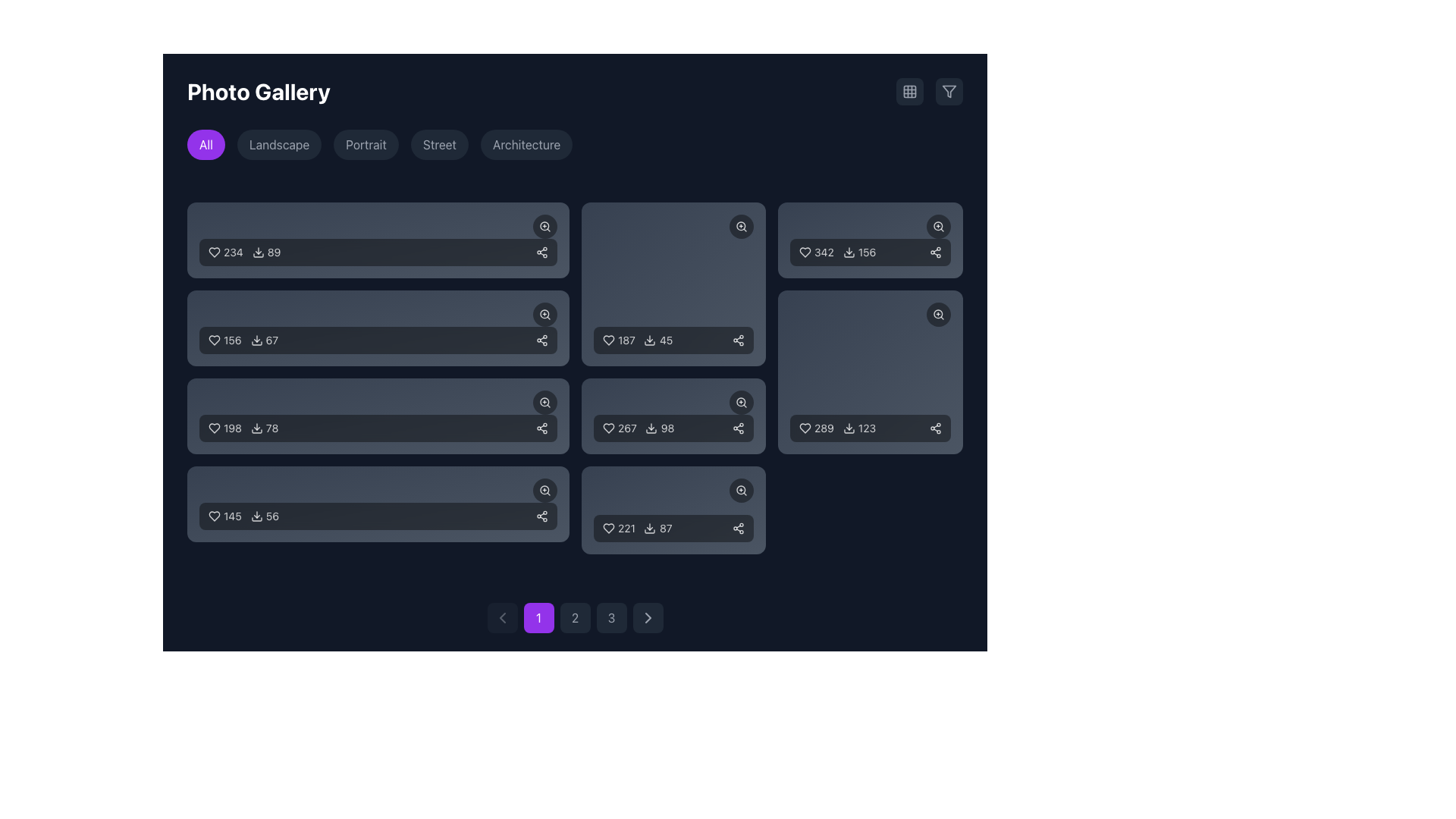 The image size is (1456, 819). Describe the element at coordinates (608, 428) in the screenshot. I see `the heart icon in the middle-right section of the grid layout to indicate liking the associated content` at that location.